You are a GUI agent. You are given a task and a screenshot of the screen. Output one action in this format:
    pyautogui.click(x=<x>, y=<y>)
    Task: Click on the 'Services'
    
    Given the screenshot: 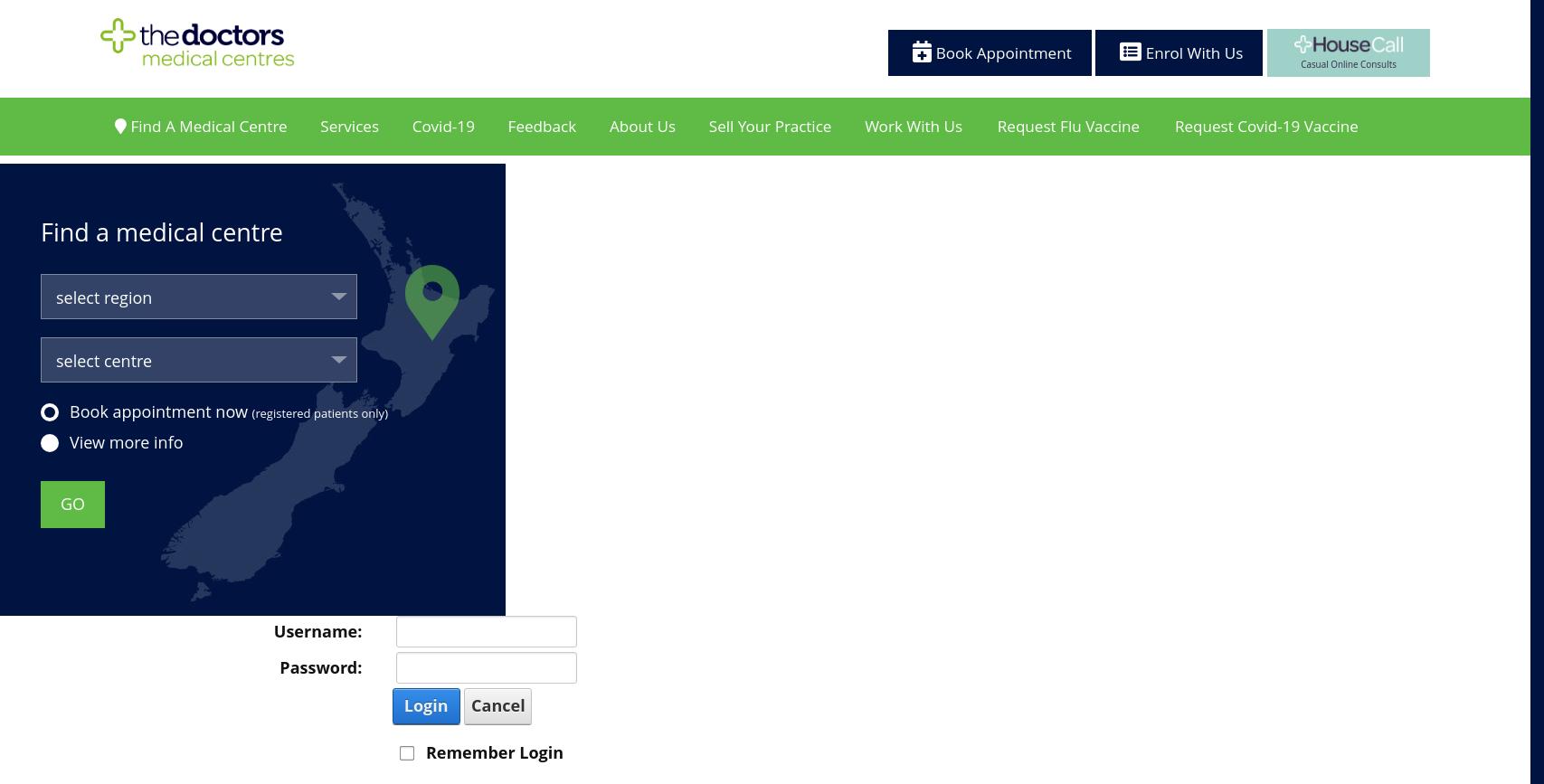 What is the action you would take?
    pyautogui.click(x=349, y=140)
    